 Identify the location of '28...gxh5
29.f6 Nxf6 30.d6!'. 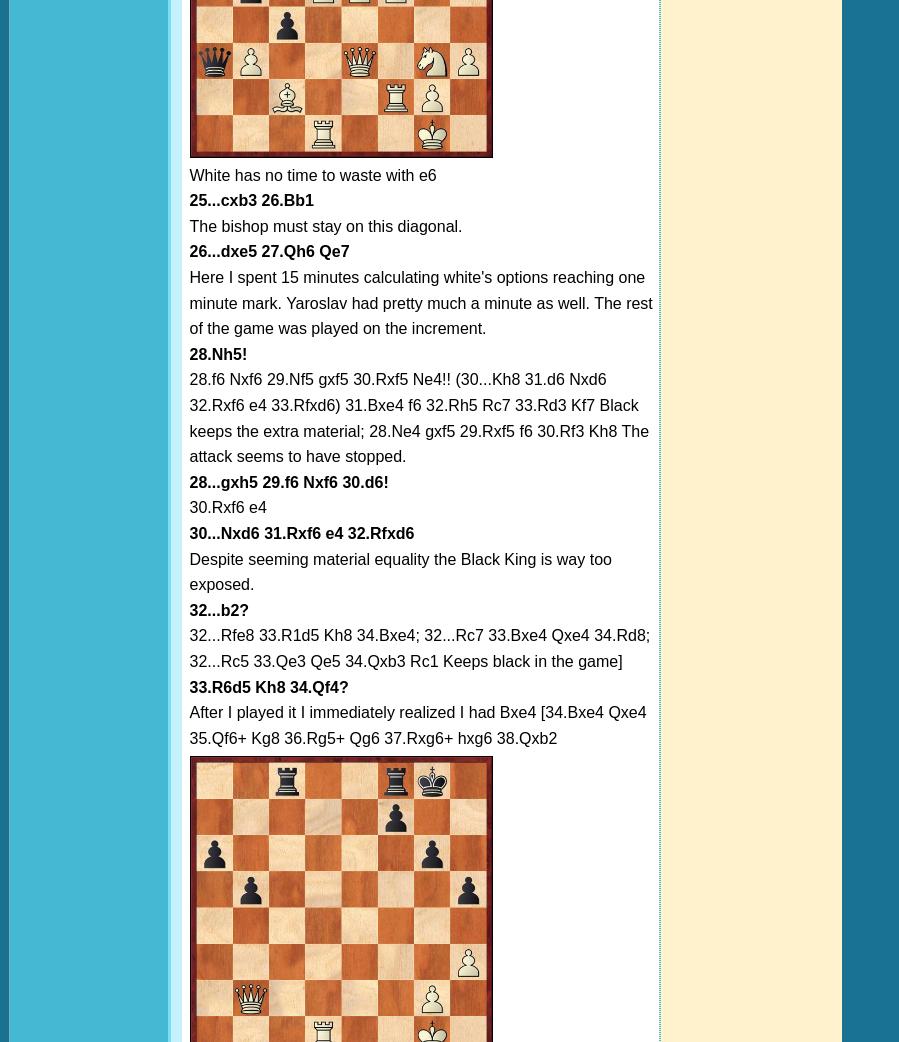
(288, 481).